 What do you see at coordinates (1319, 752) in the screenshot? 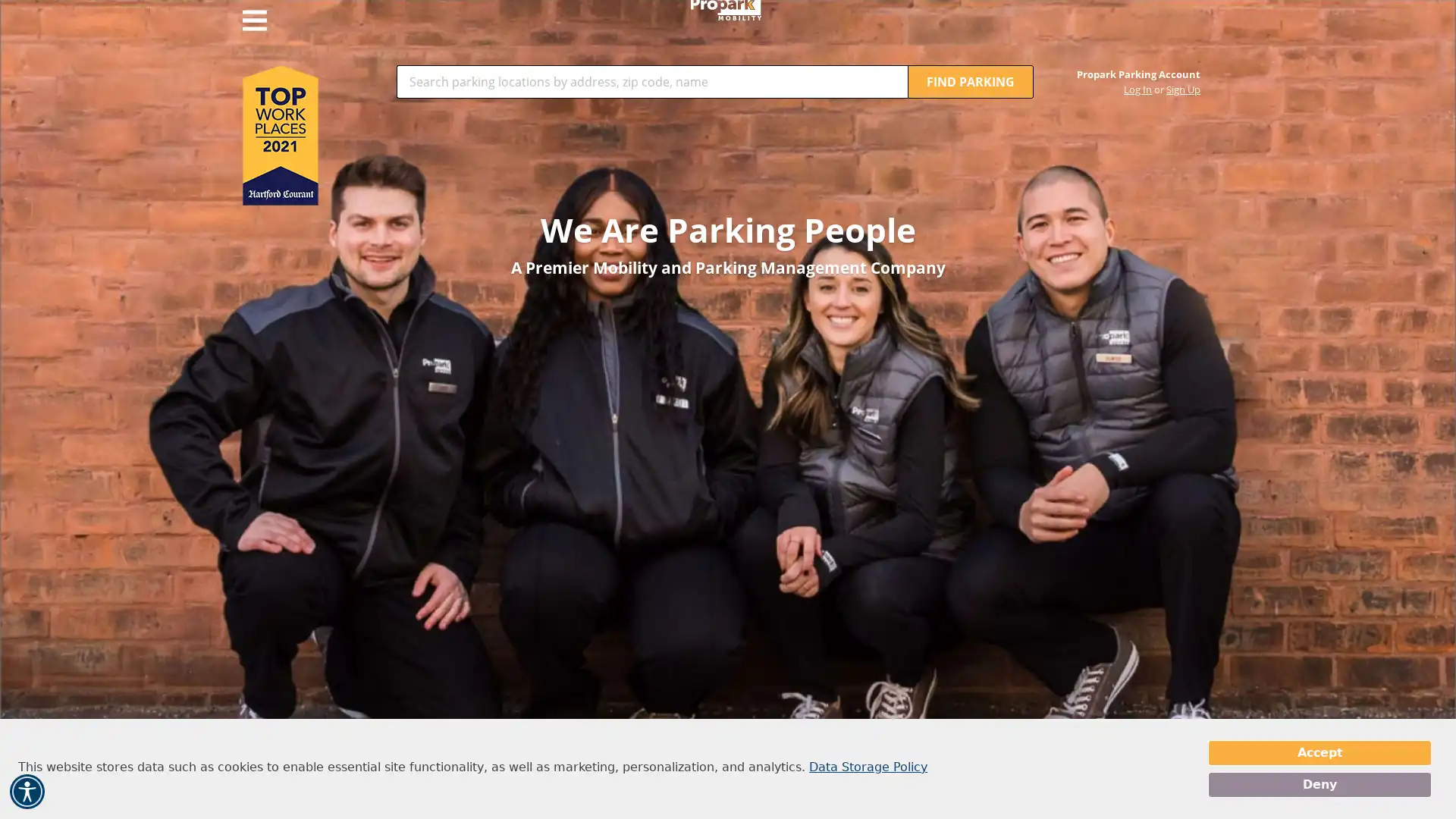
I see `Accept` at bounding box center [1319, 752].